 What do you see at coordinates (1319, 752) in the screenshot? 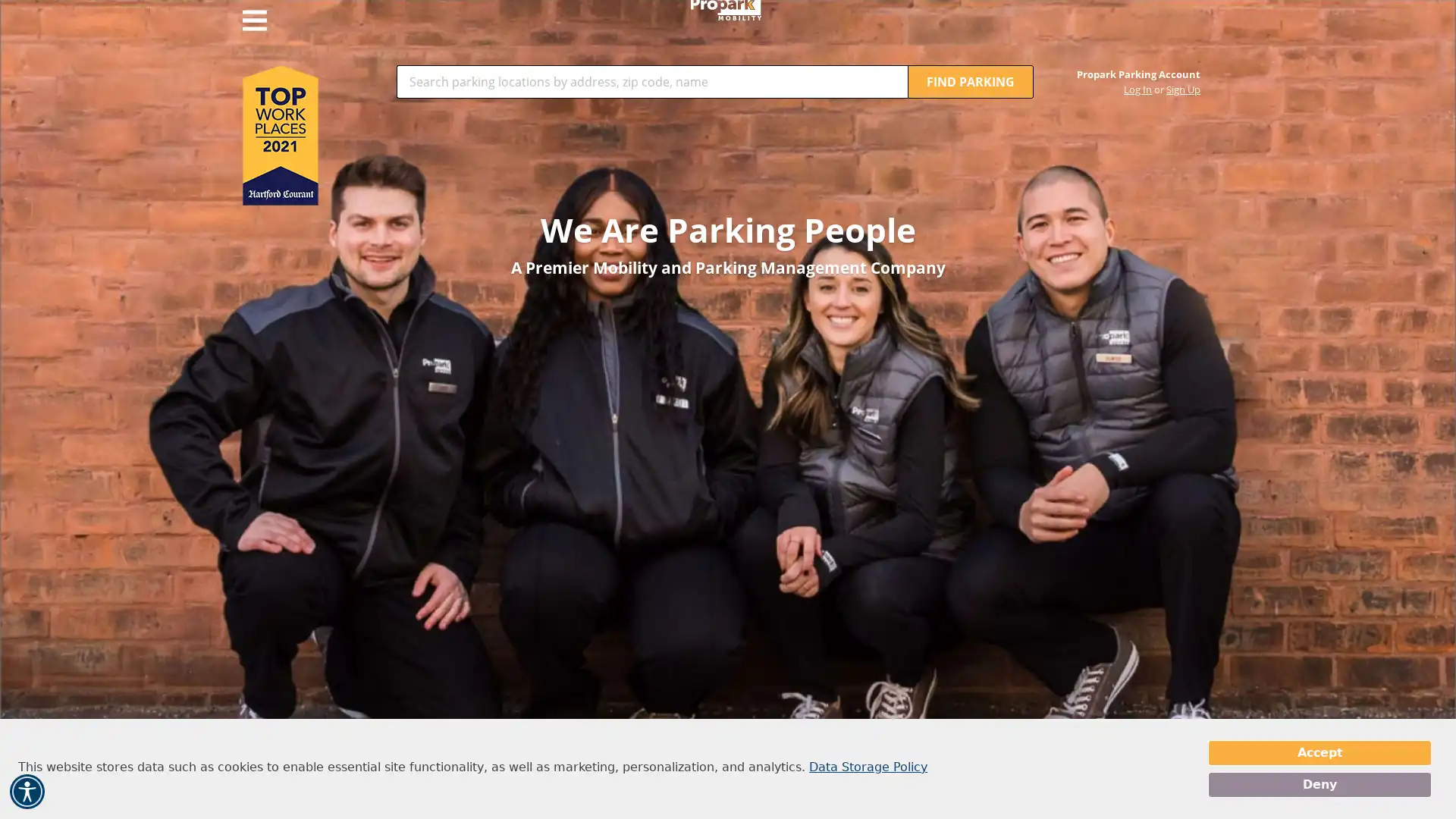
I see `Accept` at bounding box center [1319, 752].